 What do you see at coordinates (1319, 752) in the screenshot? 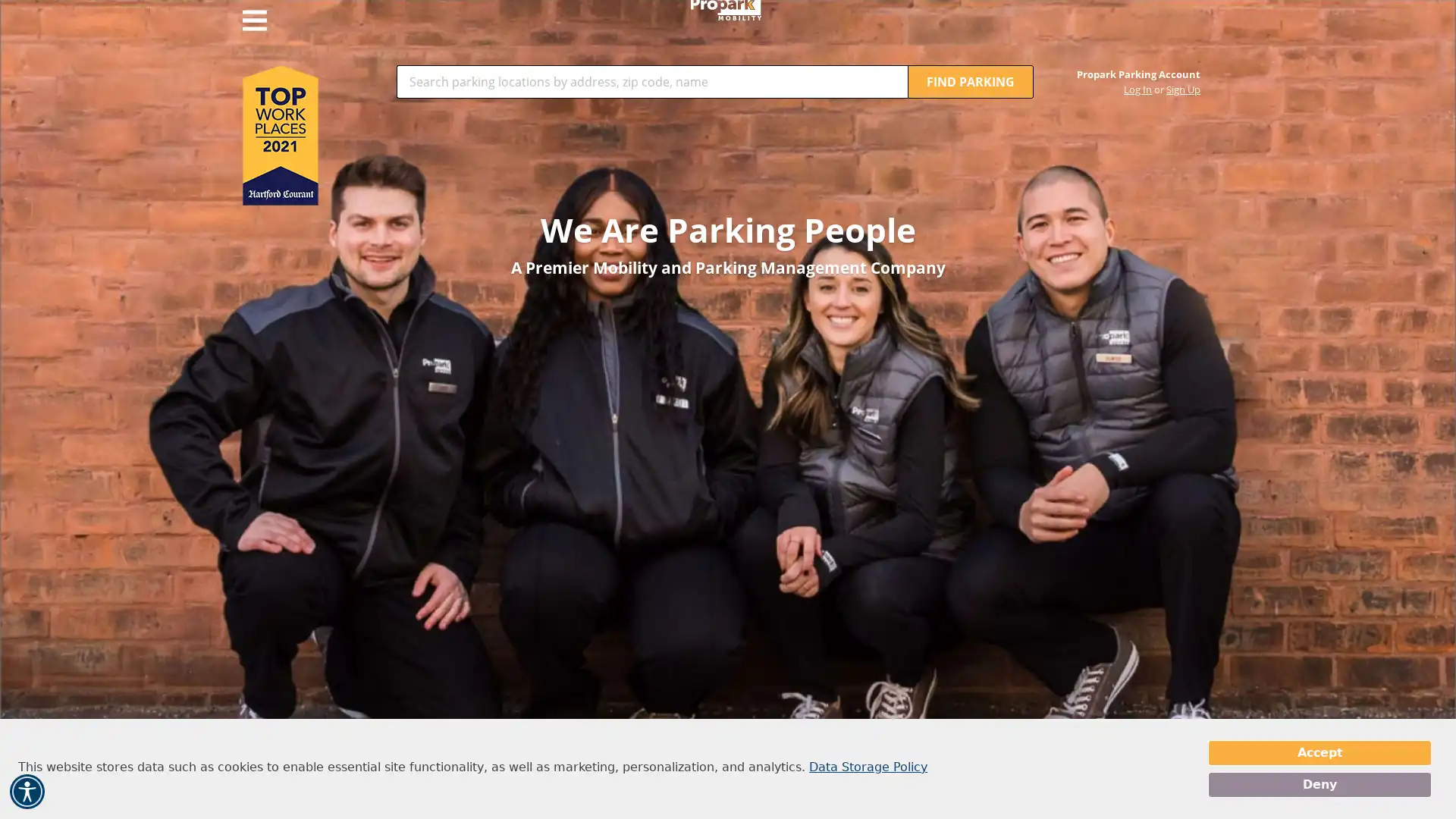
I see `Accept` at bounding box center [1319, 752].